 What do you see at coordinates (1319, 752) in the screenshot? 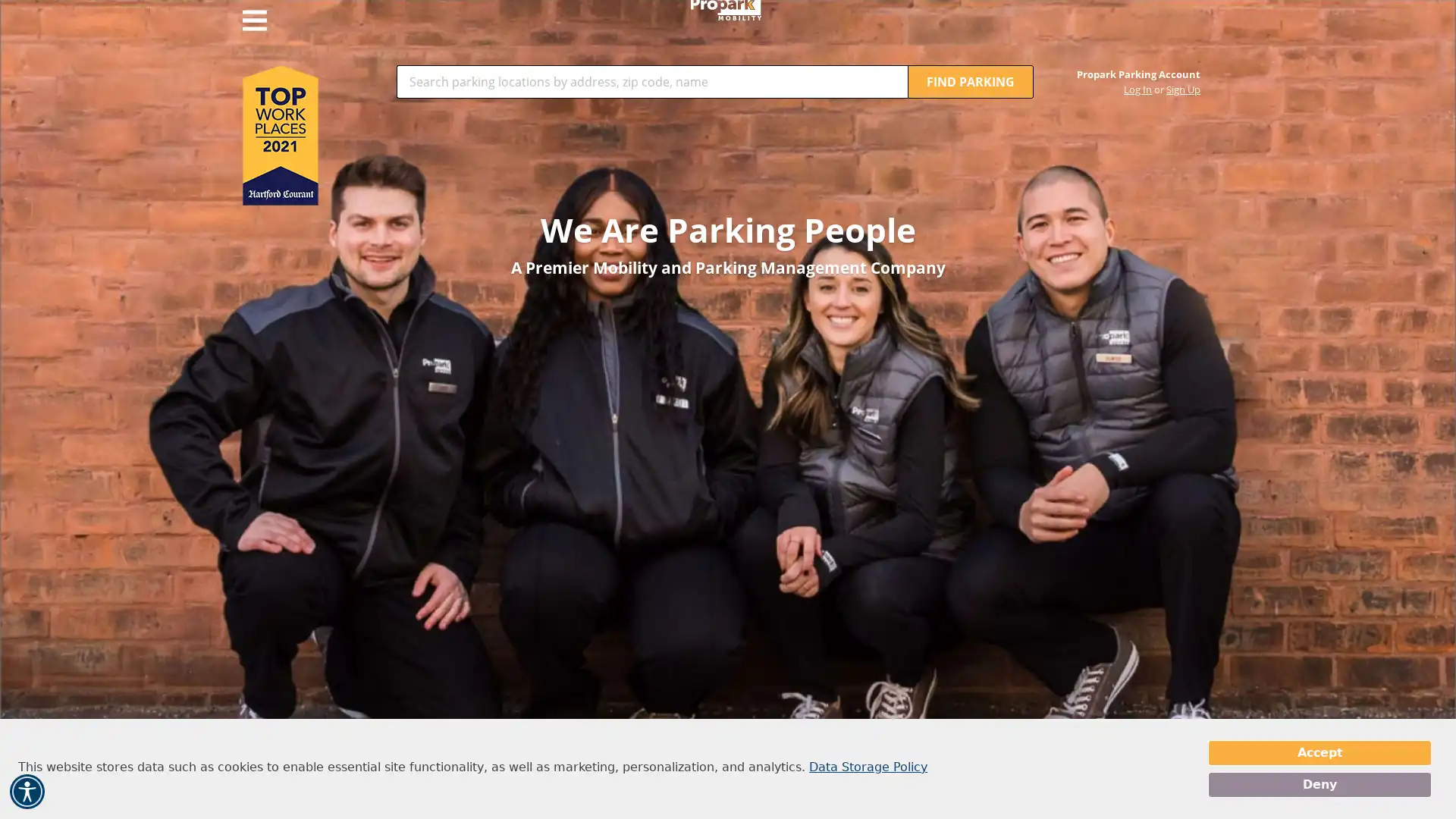
I see `Accept` at bounding box center [1319, 752].